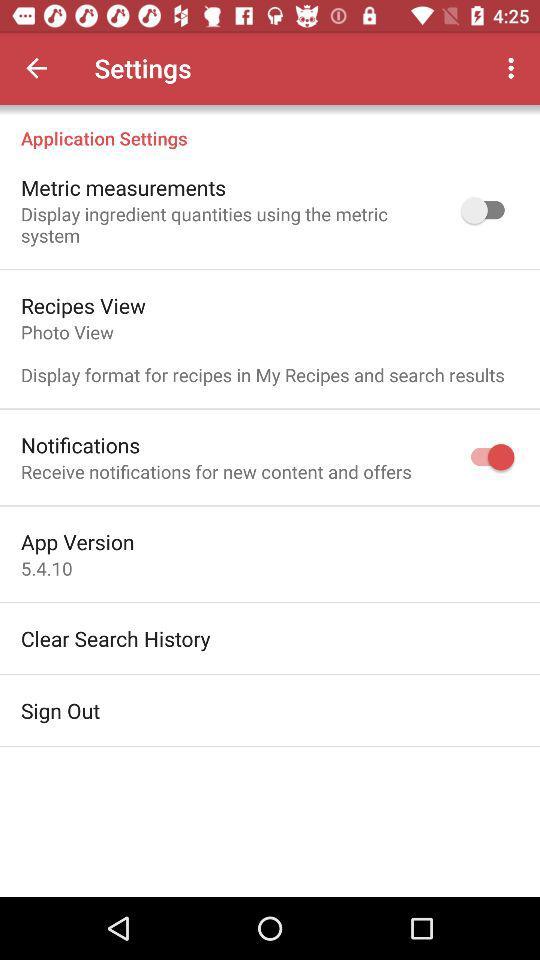  What do you see at coordinates (76, 541) in the screenshot?
I see `item above the 5.4.10 item` at bounding box center [76, 541].